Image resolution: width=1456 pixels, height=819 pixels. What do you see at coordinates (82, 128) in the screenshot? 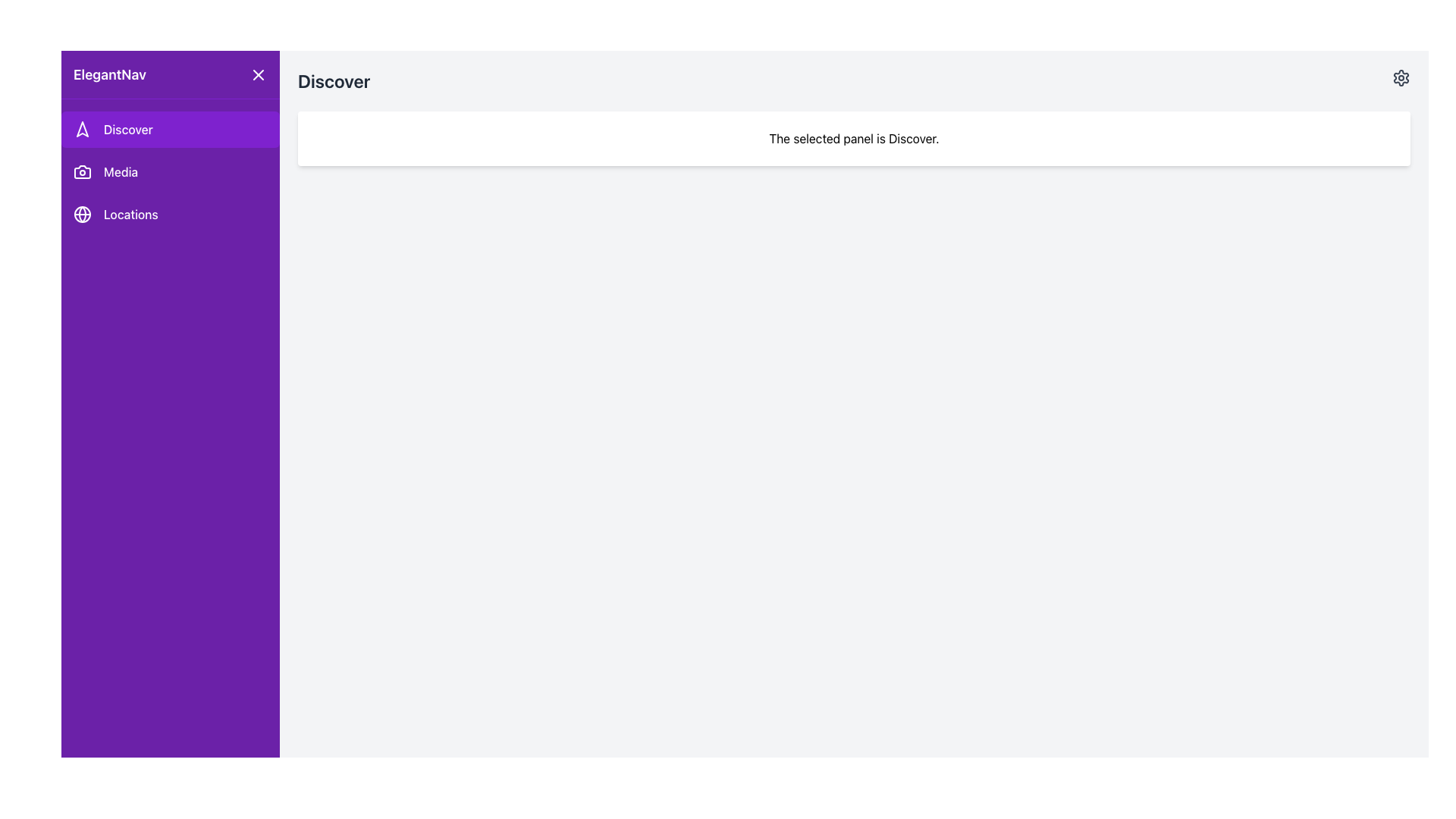
I see `the 'Discover' Icon in the navigation sidebar` at bounding box center [82, 128].